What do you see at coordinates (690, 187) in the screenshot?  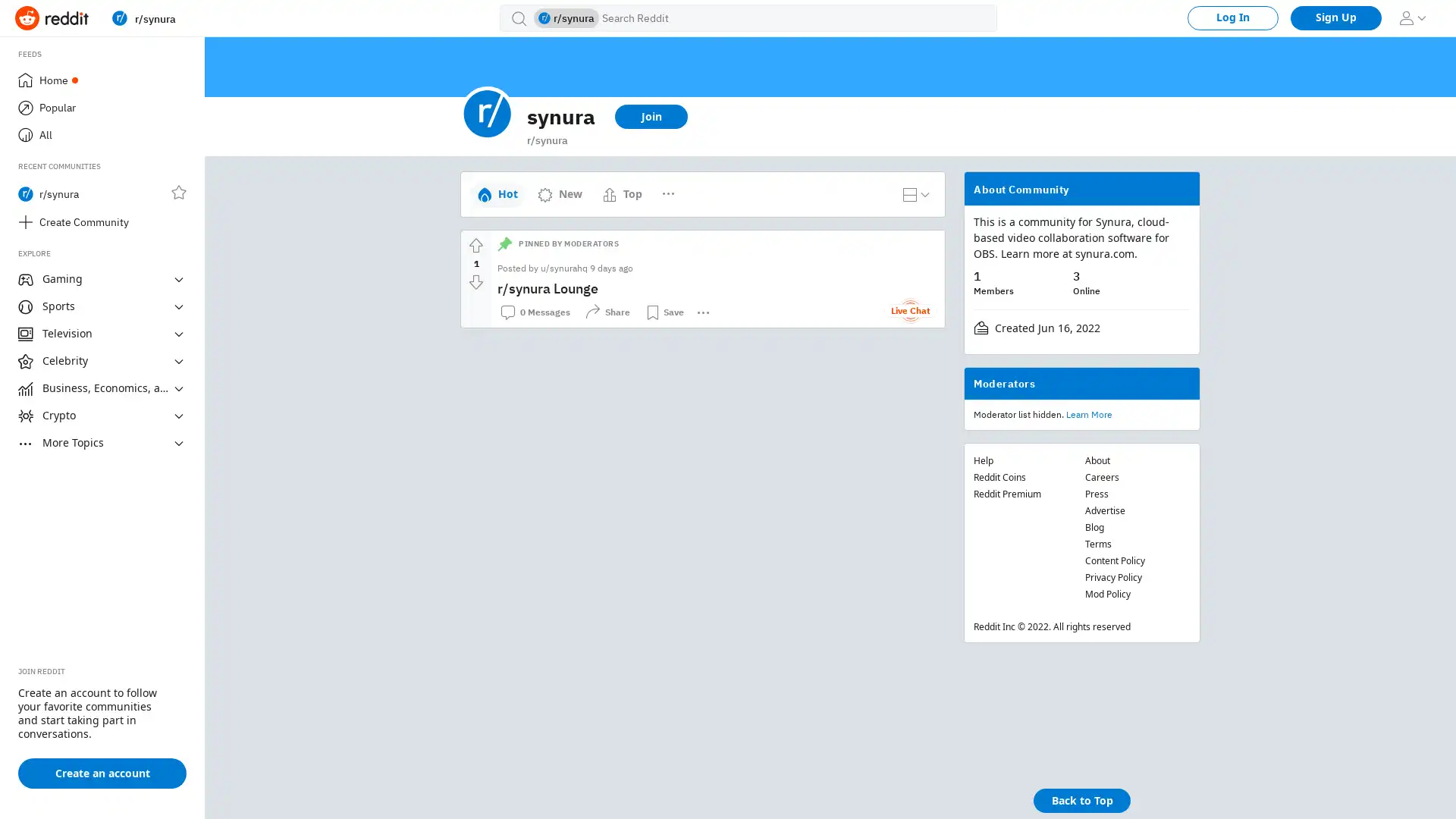 I see `New Posts` at bounding box center [690, 187].